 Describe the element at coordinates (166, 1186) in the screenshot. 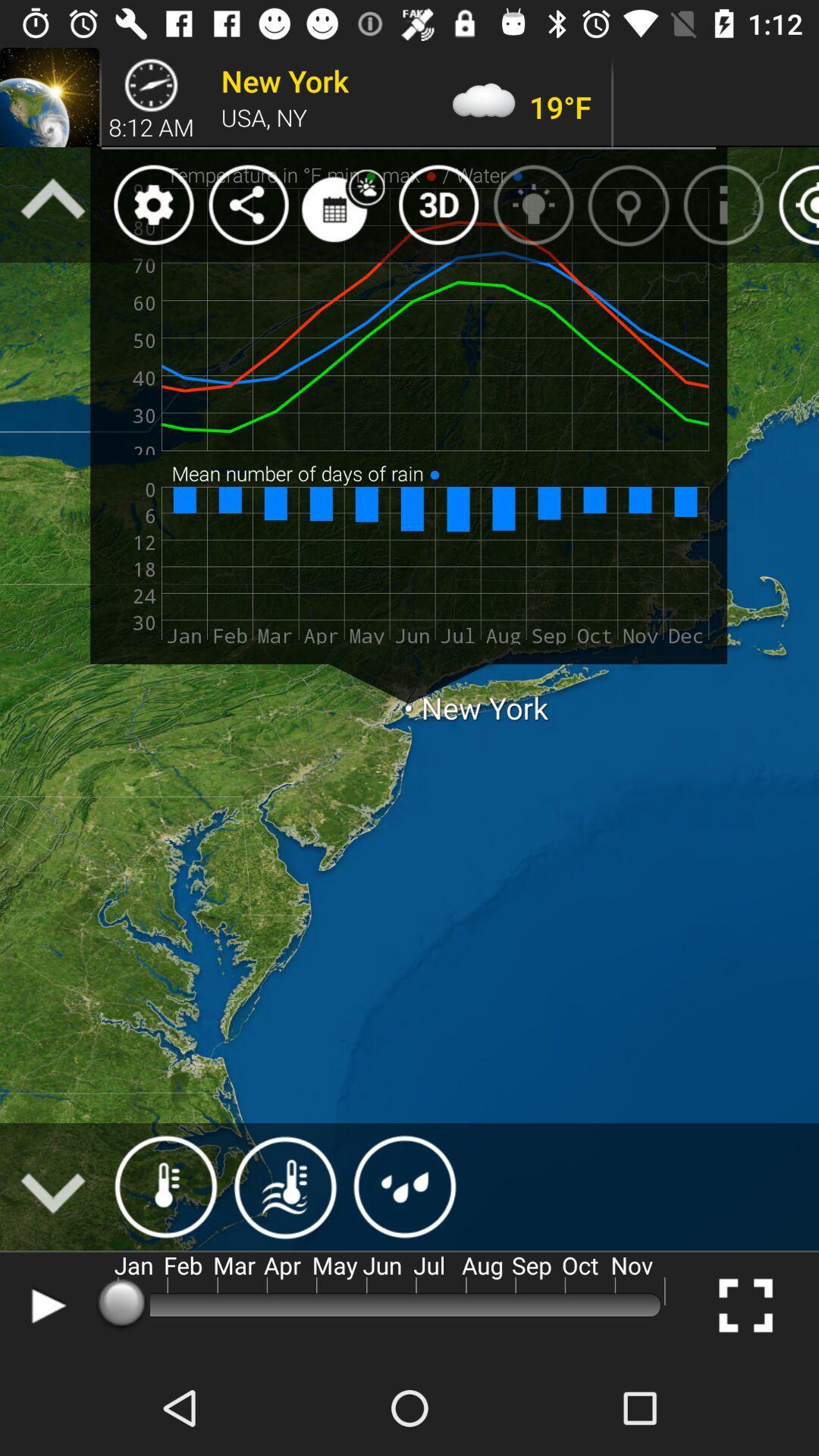

I see `the weather icon` at that location.